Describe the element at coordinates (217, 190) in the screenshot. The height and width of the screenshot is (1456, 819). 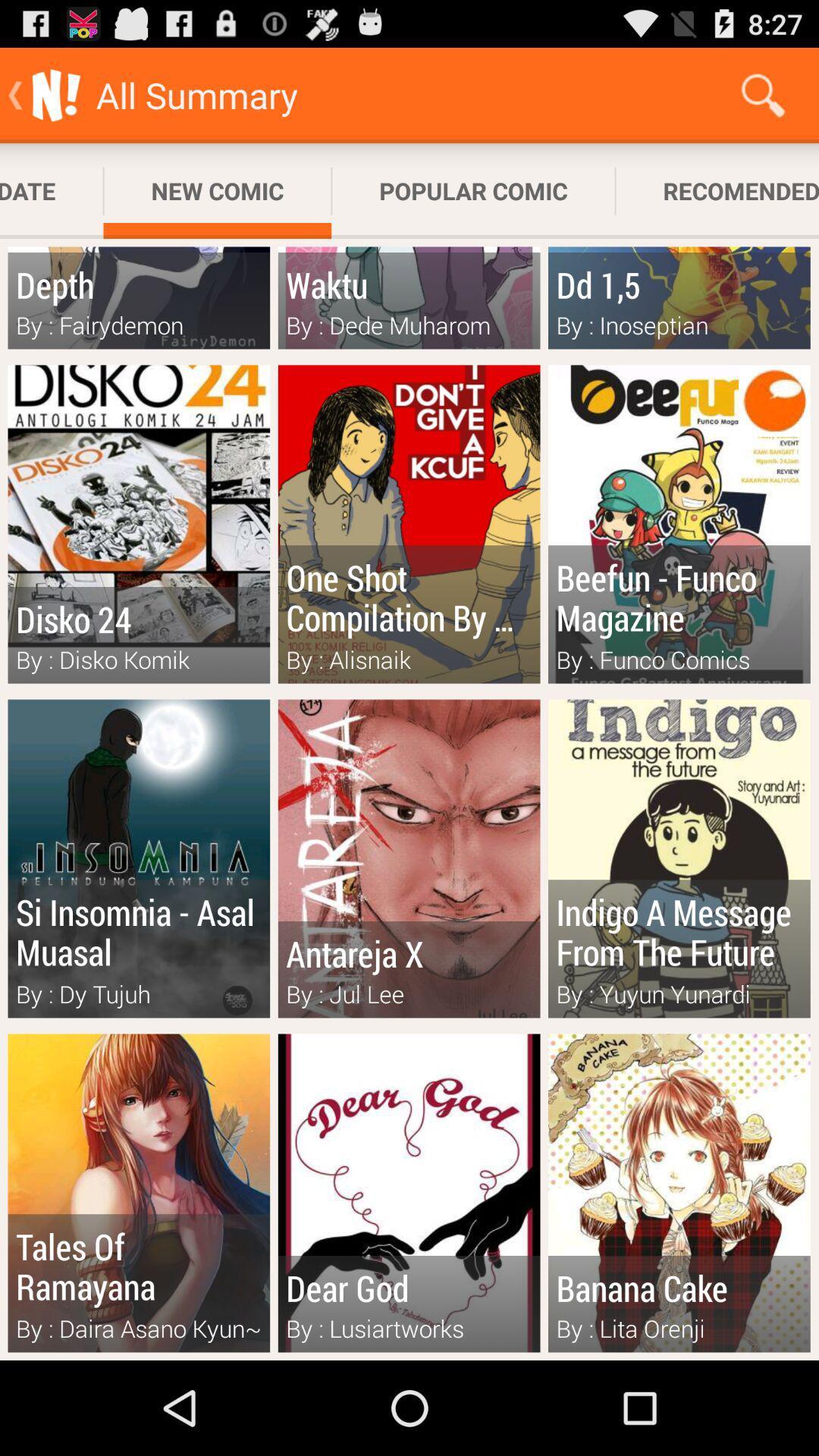
I see `the icon next to subscribed update` at that location.